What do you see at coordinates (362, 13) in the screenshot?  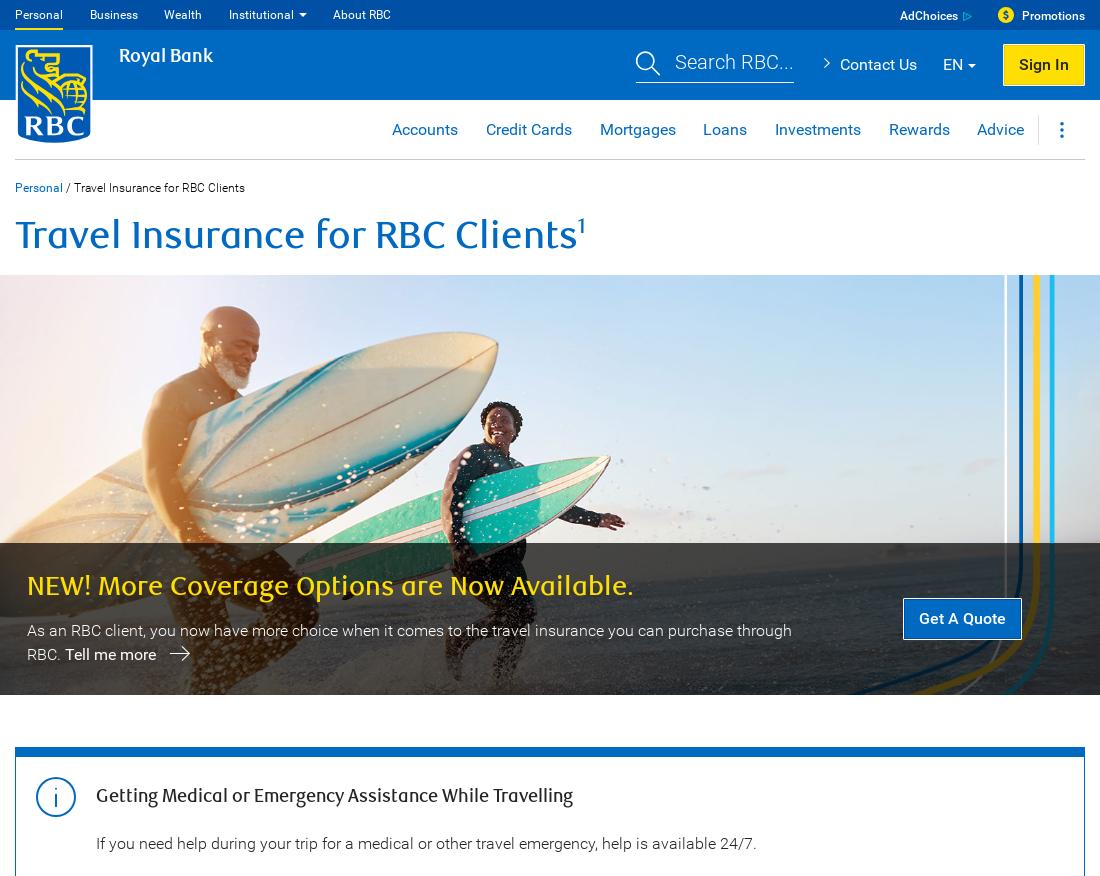 I see `'About RBC'` at bounding box center [362, 13].